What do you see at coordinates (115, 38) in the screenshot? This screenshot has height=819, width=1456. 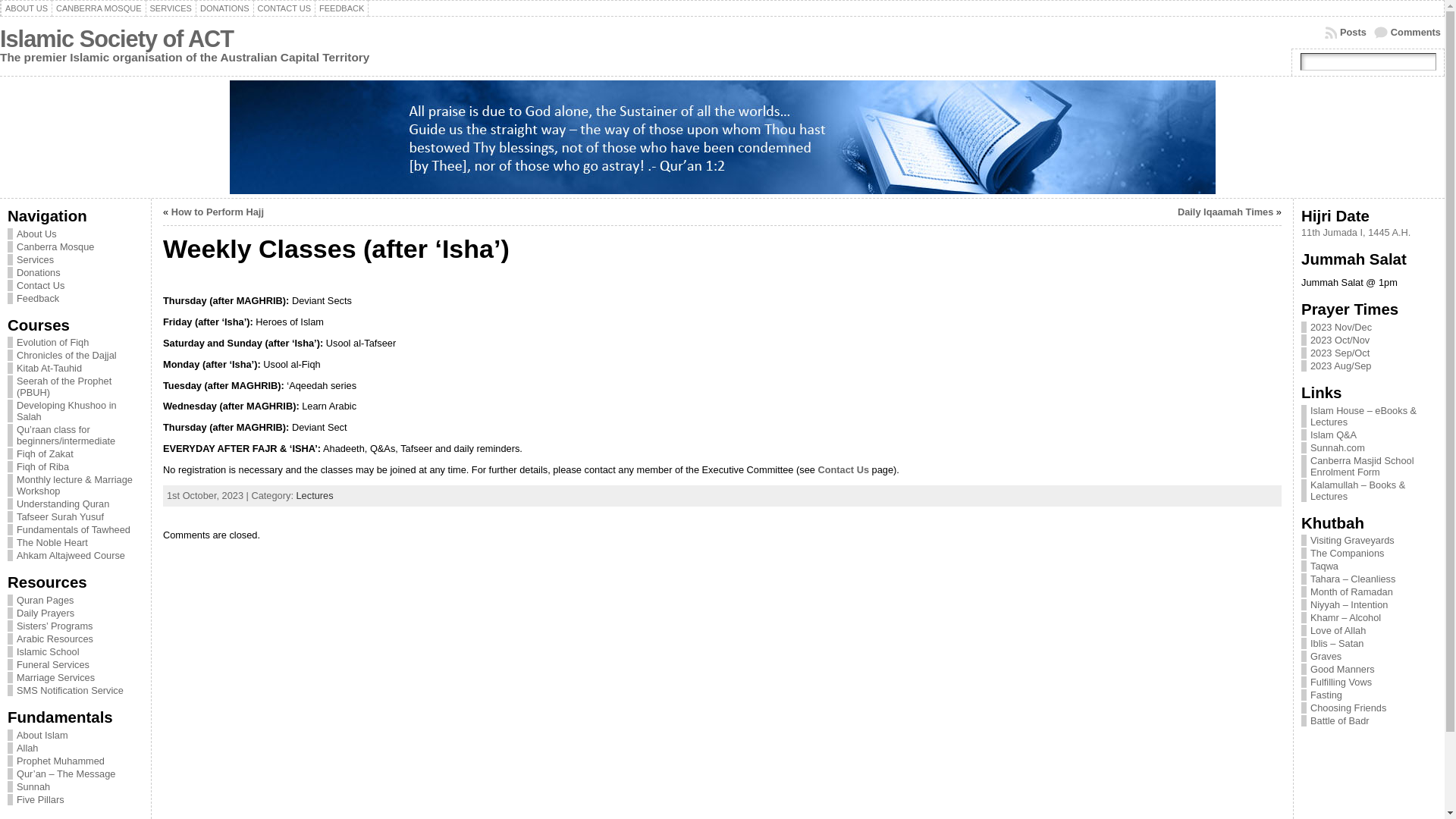 I see `'Islamic Society of ACT'` at bounding box center [115, 38].